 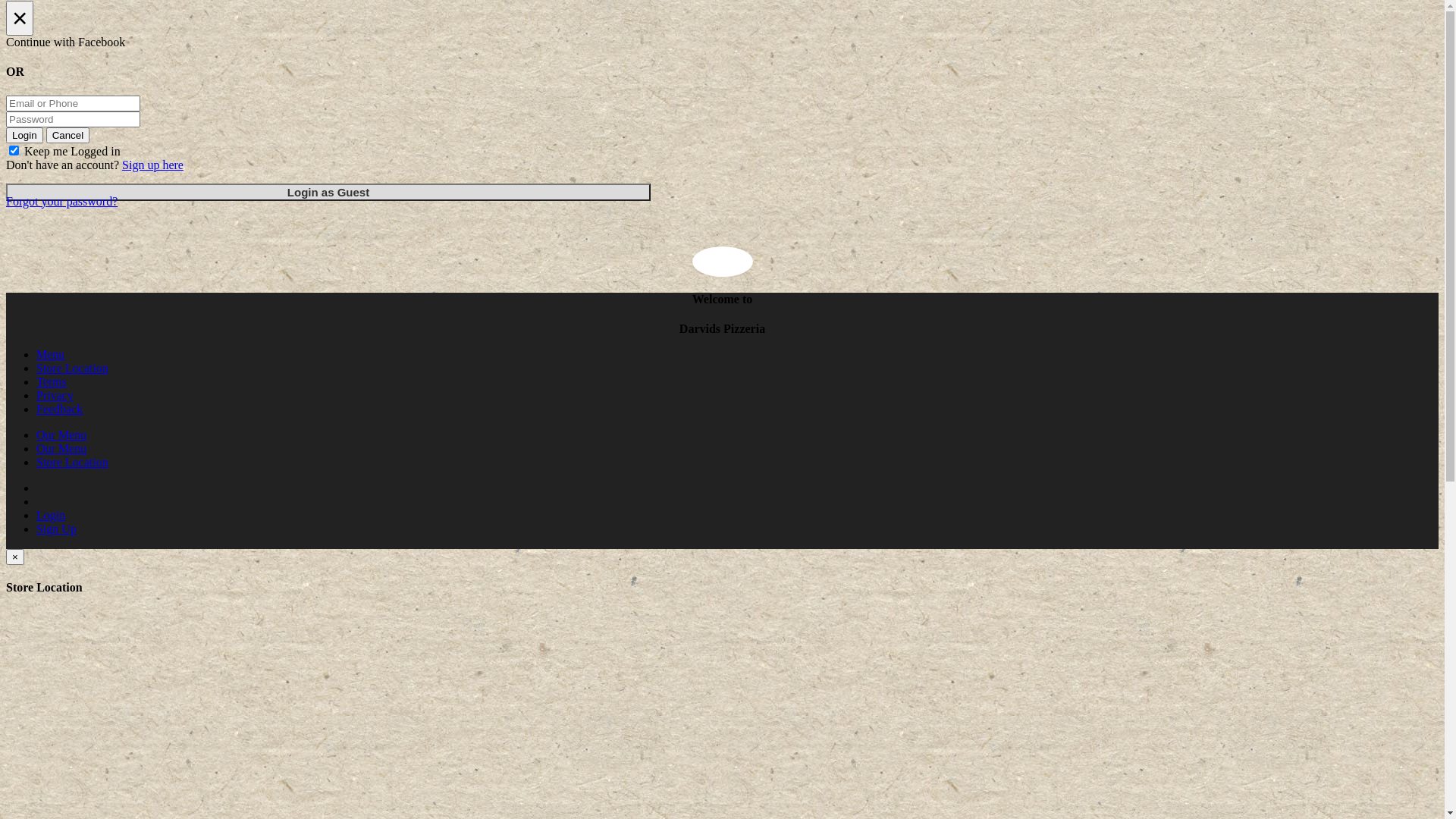 What do you see at coordinates (51, 381) in the screenshot?
I see `'Terms'` at bounding box center [51, 381].